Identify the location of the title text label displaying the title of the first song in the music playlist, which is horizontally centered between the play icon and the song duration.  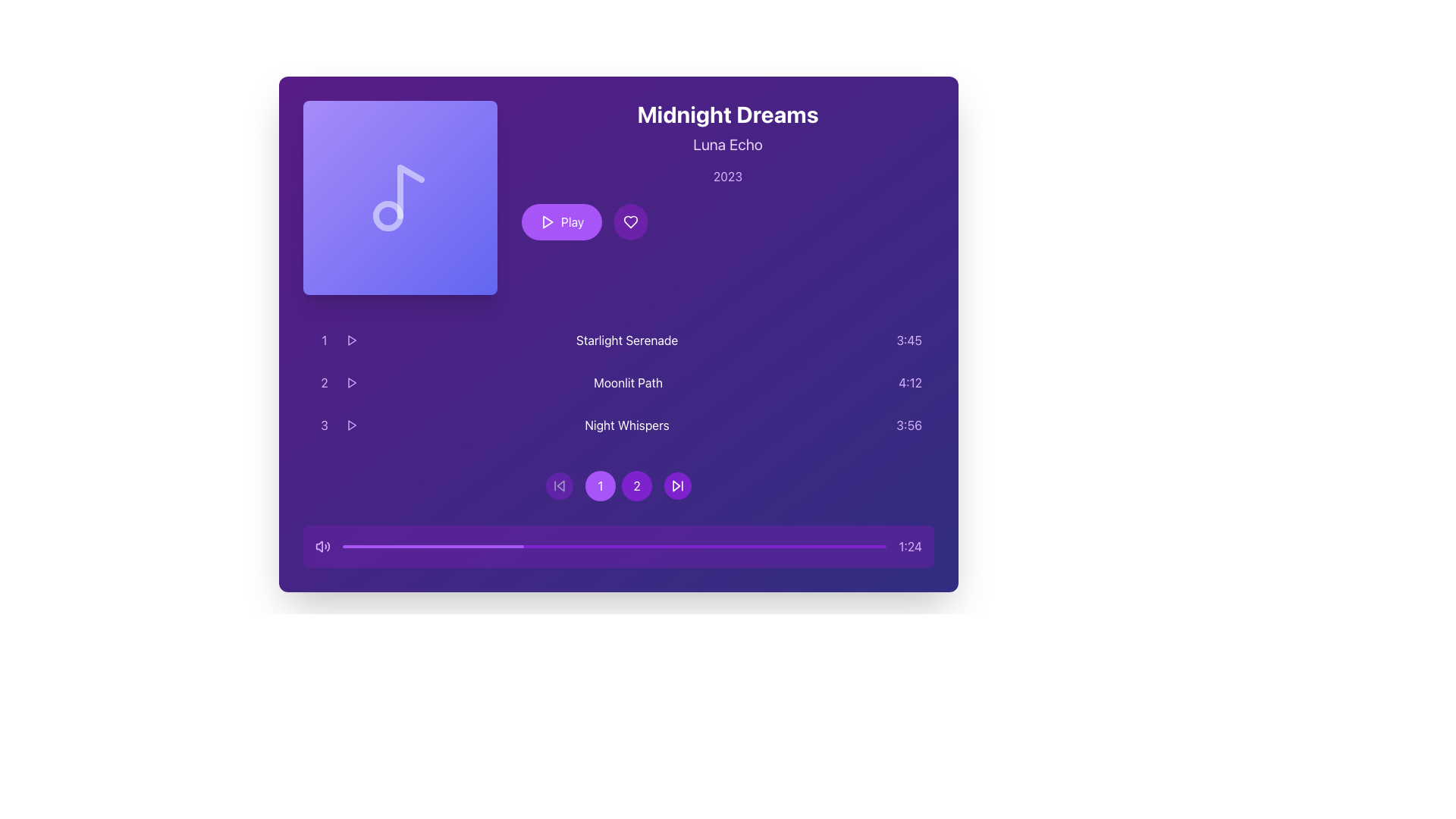
(627, 339).